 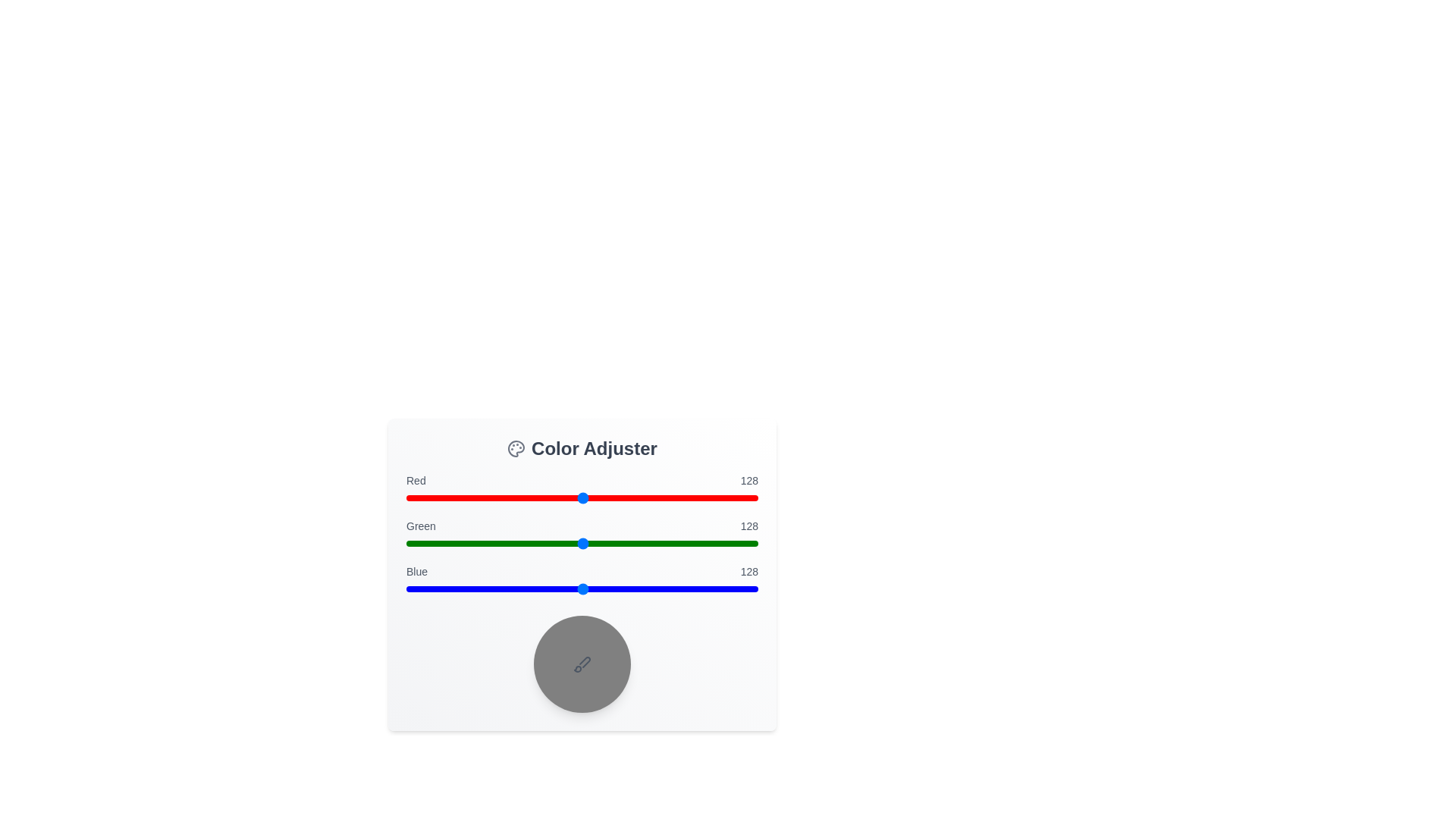 I want to click on the blue slider to set its value to 51, so click(x=475, y=588).